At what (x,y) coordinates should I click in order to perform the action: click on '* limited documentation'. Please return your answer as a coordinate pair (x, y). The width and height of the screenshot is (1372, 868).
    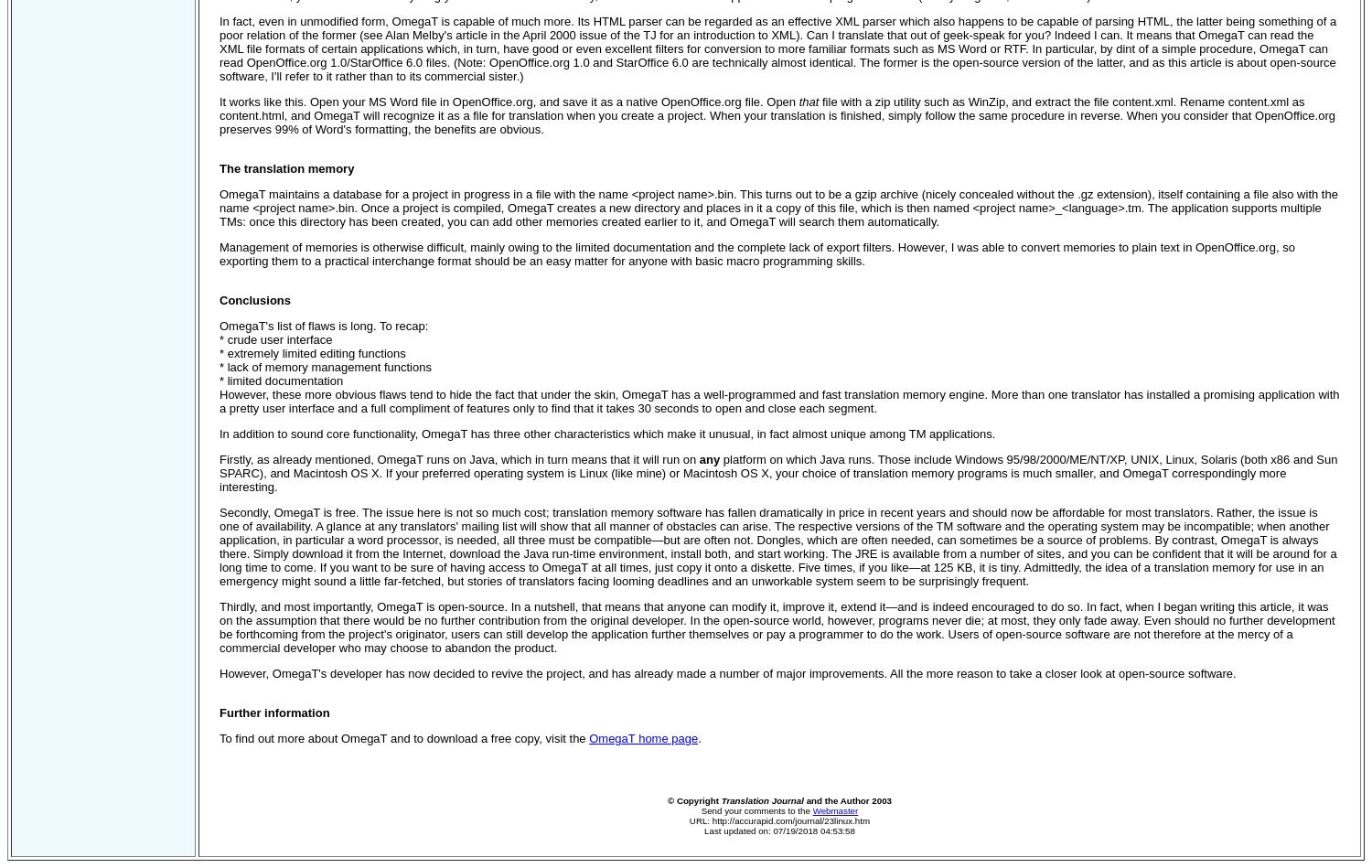
    Looking at the image, I should click on (281, 380).